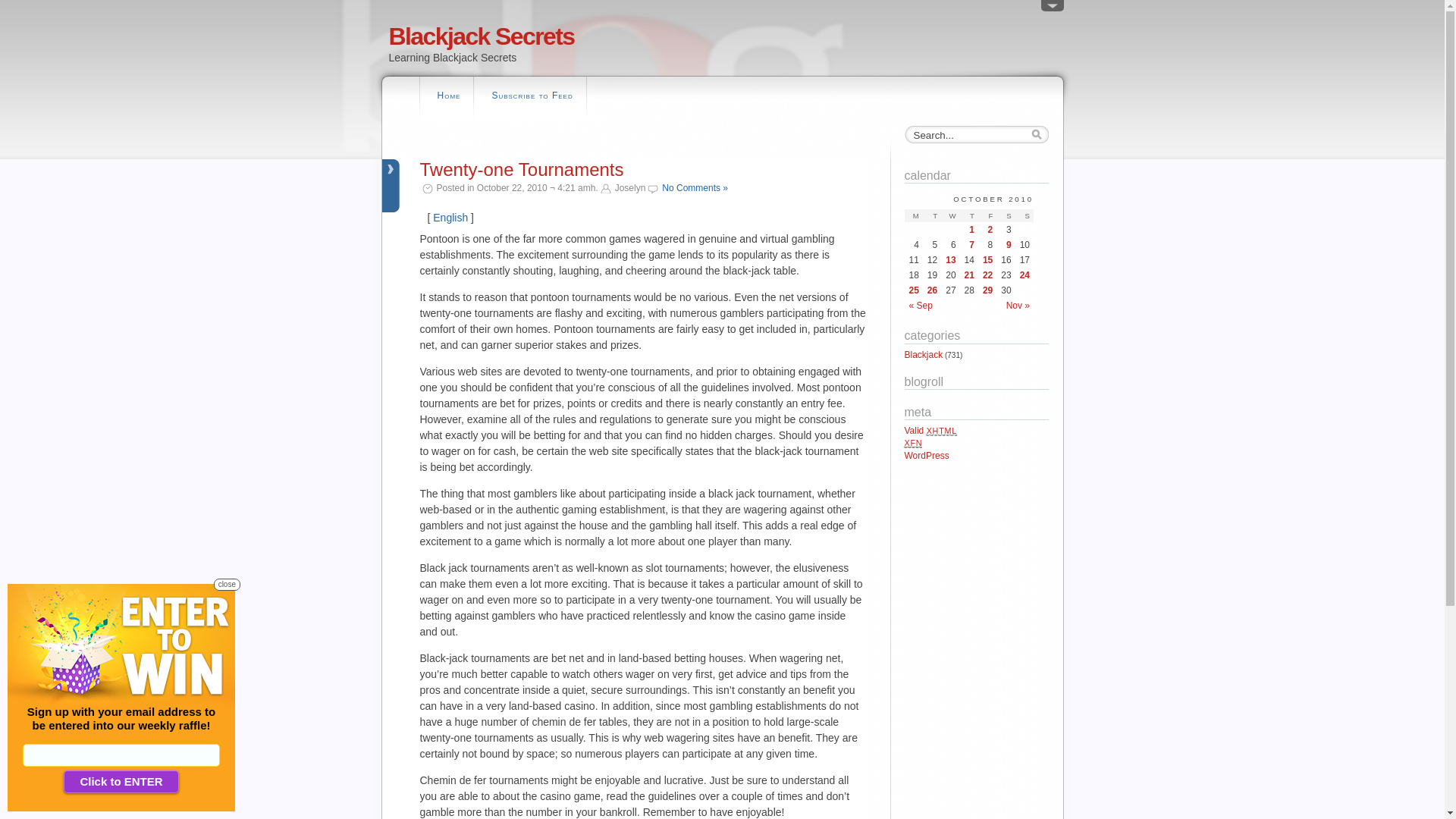 The height and width of the screenshot is (819, 1456). I want to click on '22', so click(987, 275).